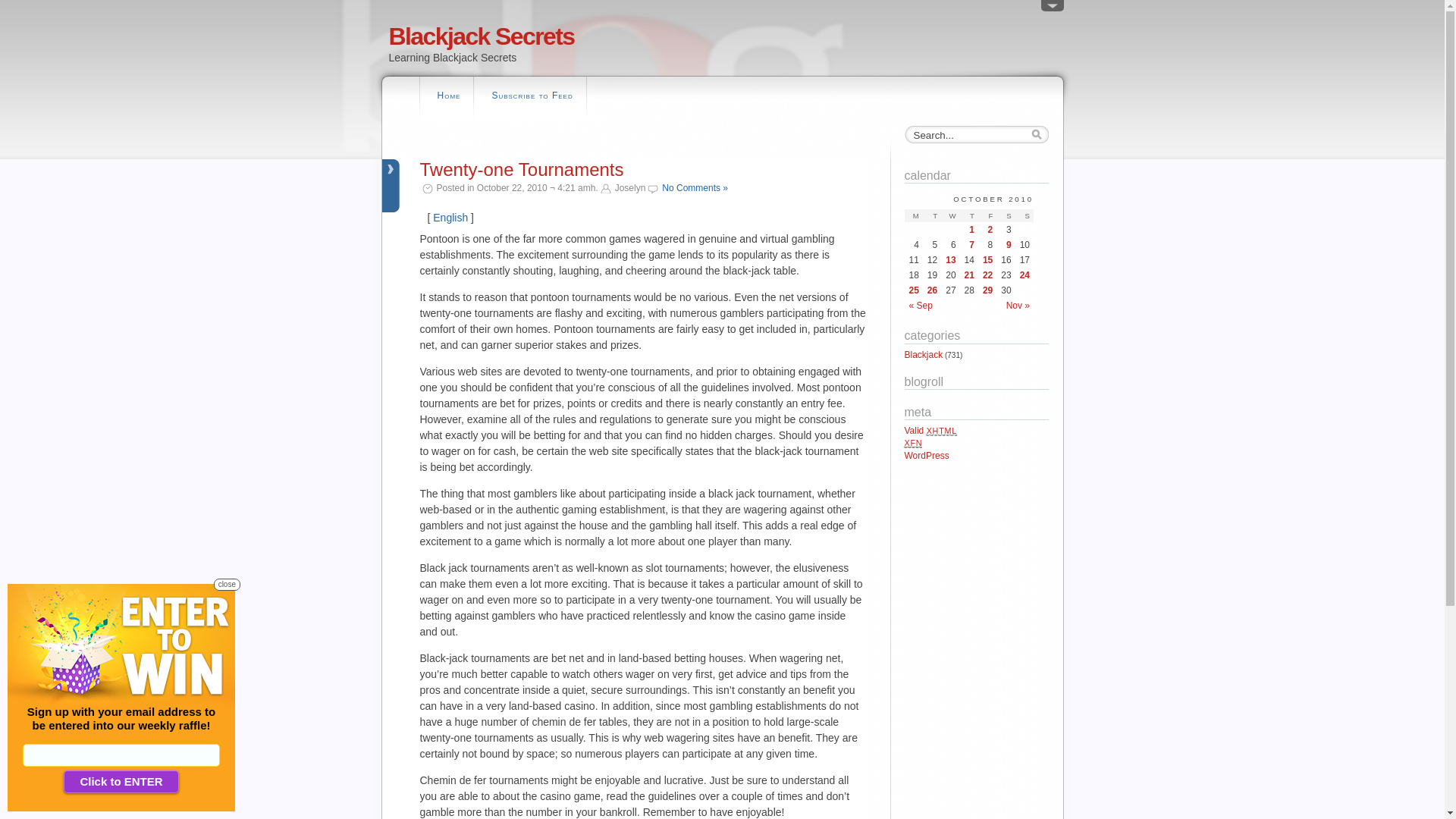 The height and width of the screenshot is (819, 1456). I want to click on '22', so click(987, 275).